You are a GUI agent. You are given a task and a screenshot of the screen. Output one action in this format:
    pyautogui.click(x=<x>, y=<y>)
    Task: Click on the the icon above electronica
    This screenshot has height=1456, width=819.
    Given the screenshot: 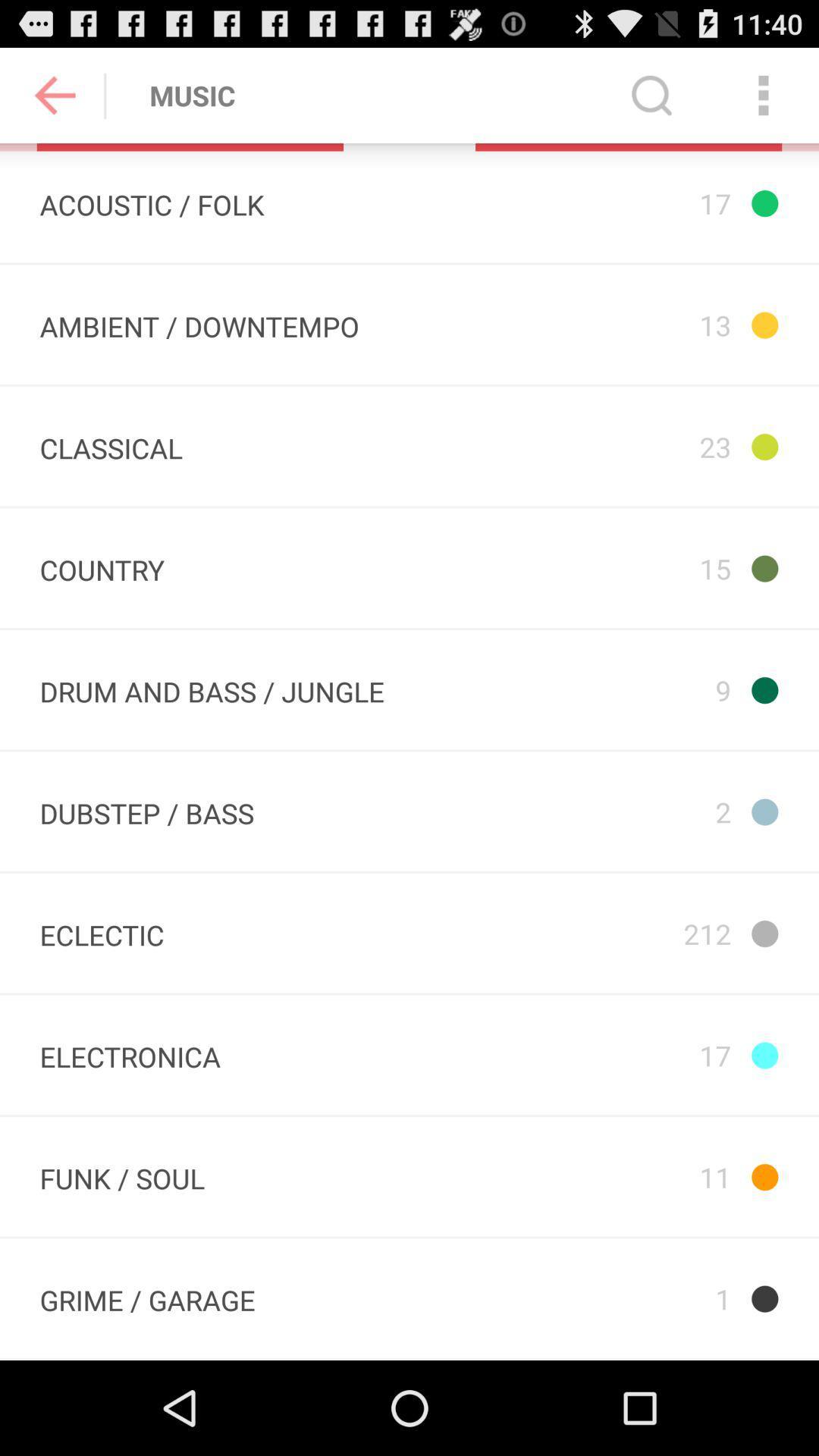 What is the action you would take?
    pyautogui.click(x=102, y=932)
    